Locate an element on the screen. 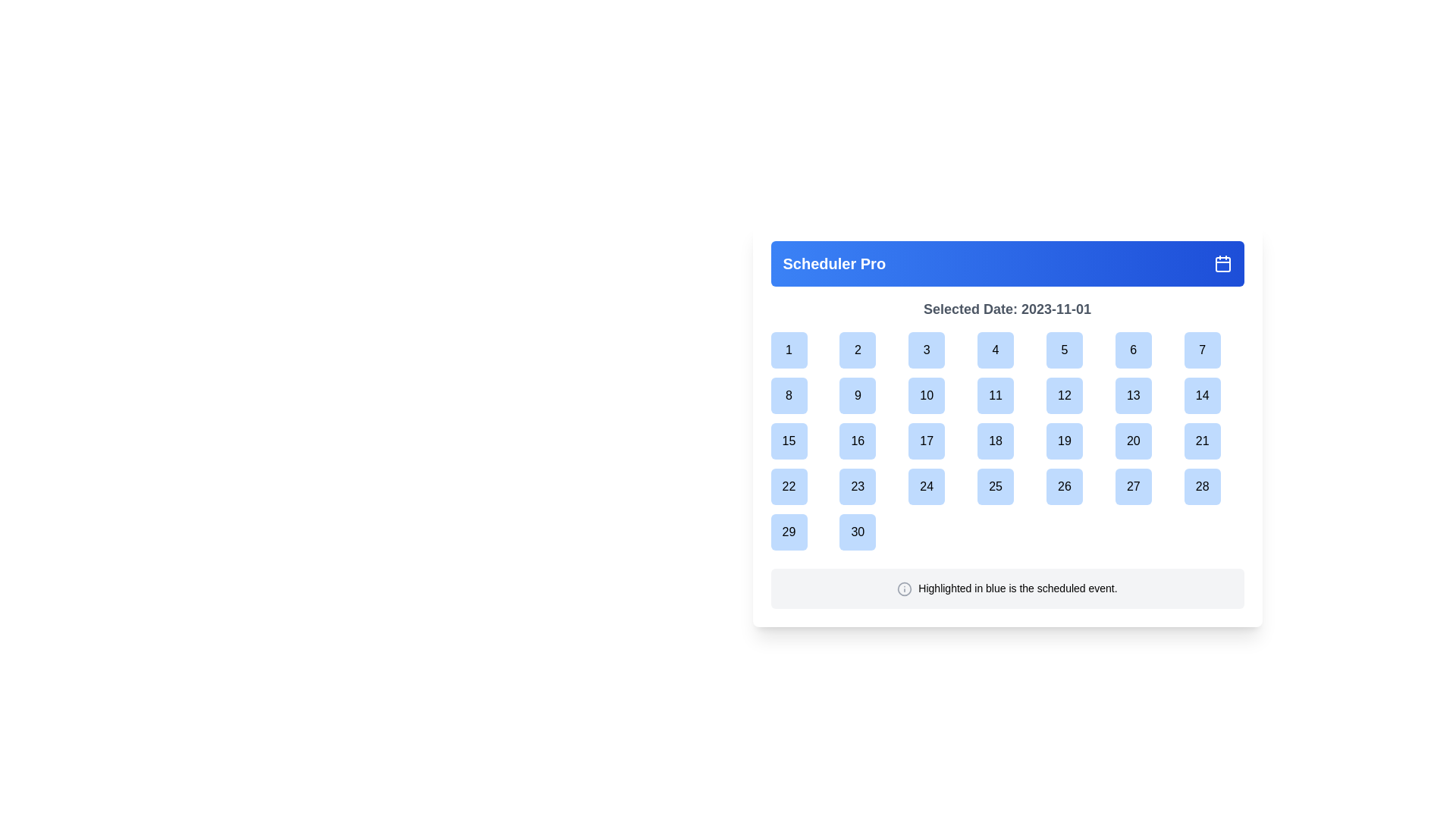 The width and height of the screenshot is (1456, 819). to select the date '5' in the calendar date cell, which is the fifth item in the first row of the grid is located at coordinates (1075, 350).